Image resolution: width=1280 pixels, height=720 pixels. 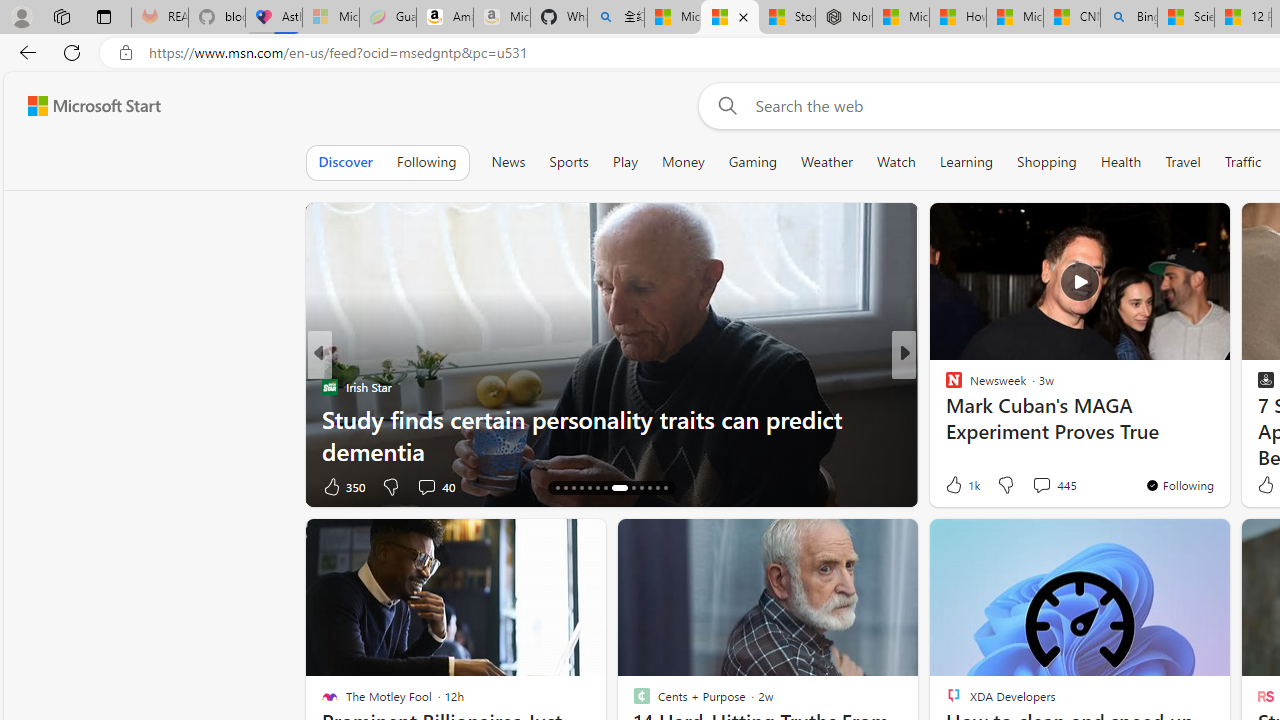 What do you see at coordinates (605, 488) in the screenshot?
I see `'AutomationID: tab-20'` at bounding box center [605, 488].